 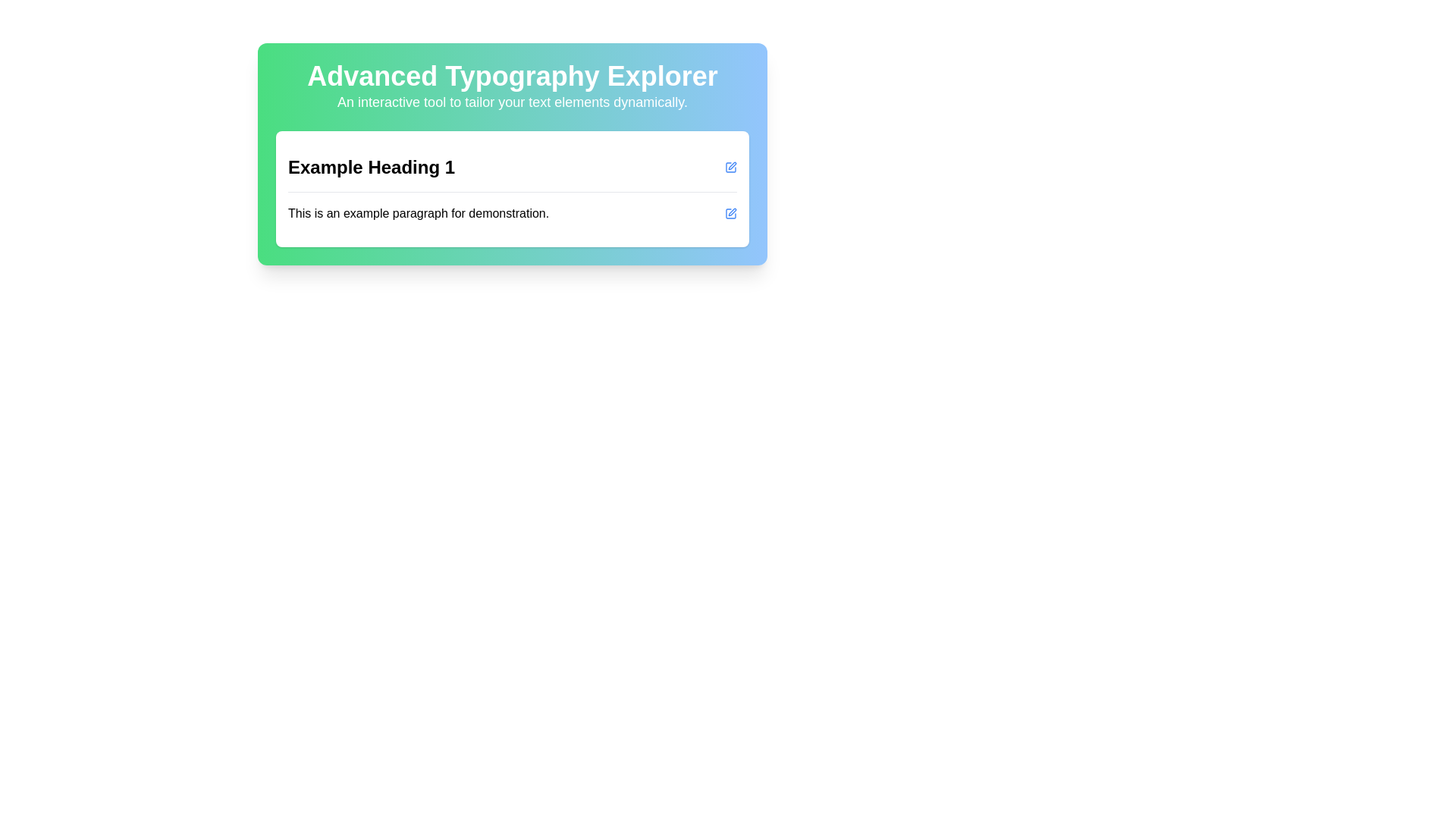 What do you see at coordinates (731, 167) in the screenshot?
I see `the blue pencil icon button located near the top-right corner of the section containing 'Example Heading 1'` at bounding box center [731, 167].